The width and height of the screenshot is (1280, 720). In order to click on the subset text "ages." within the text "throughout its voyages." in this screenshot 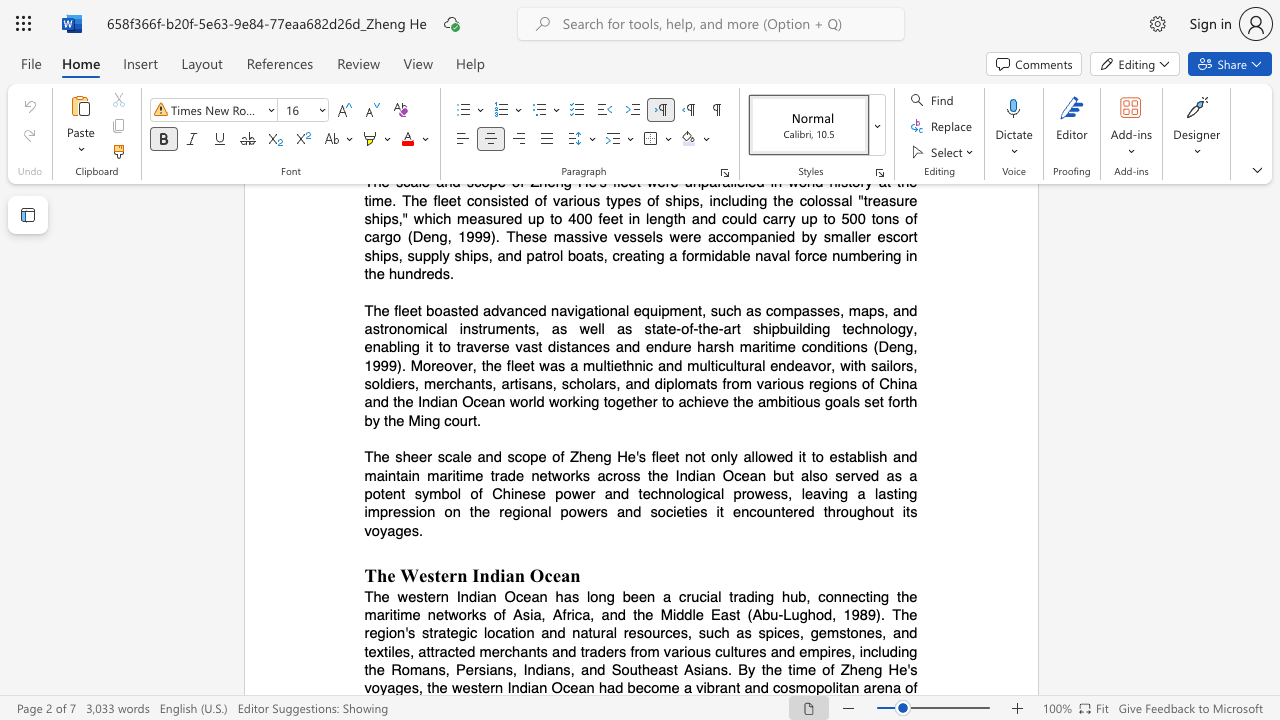, I will do `click(387, 529)`.